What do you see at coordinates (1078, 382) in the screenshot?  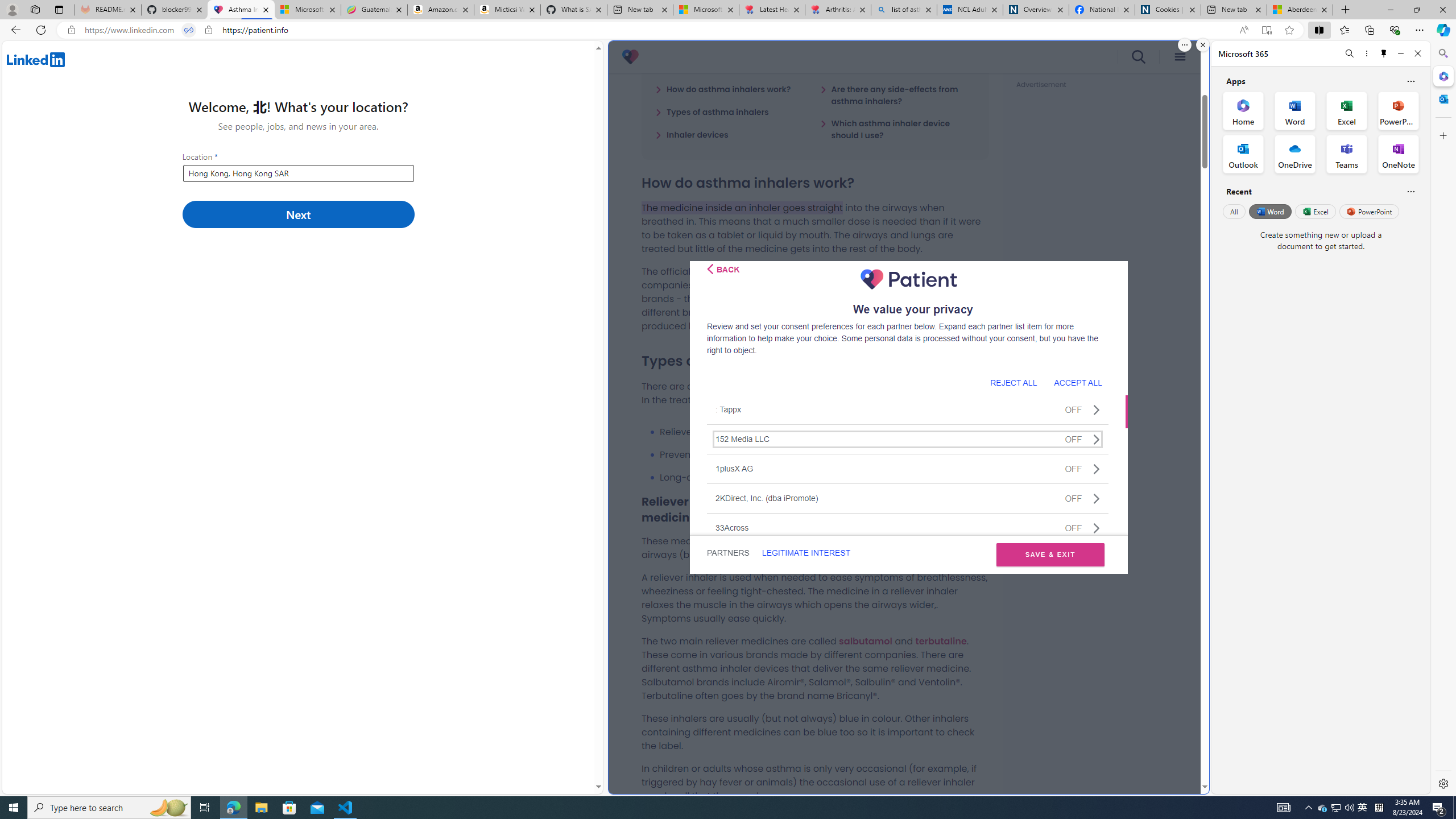 I see `'ACCEPT ALL'` at bounding box center [1078, 382].